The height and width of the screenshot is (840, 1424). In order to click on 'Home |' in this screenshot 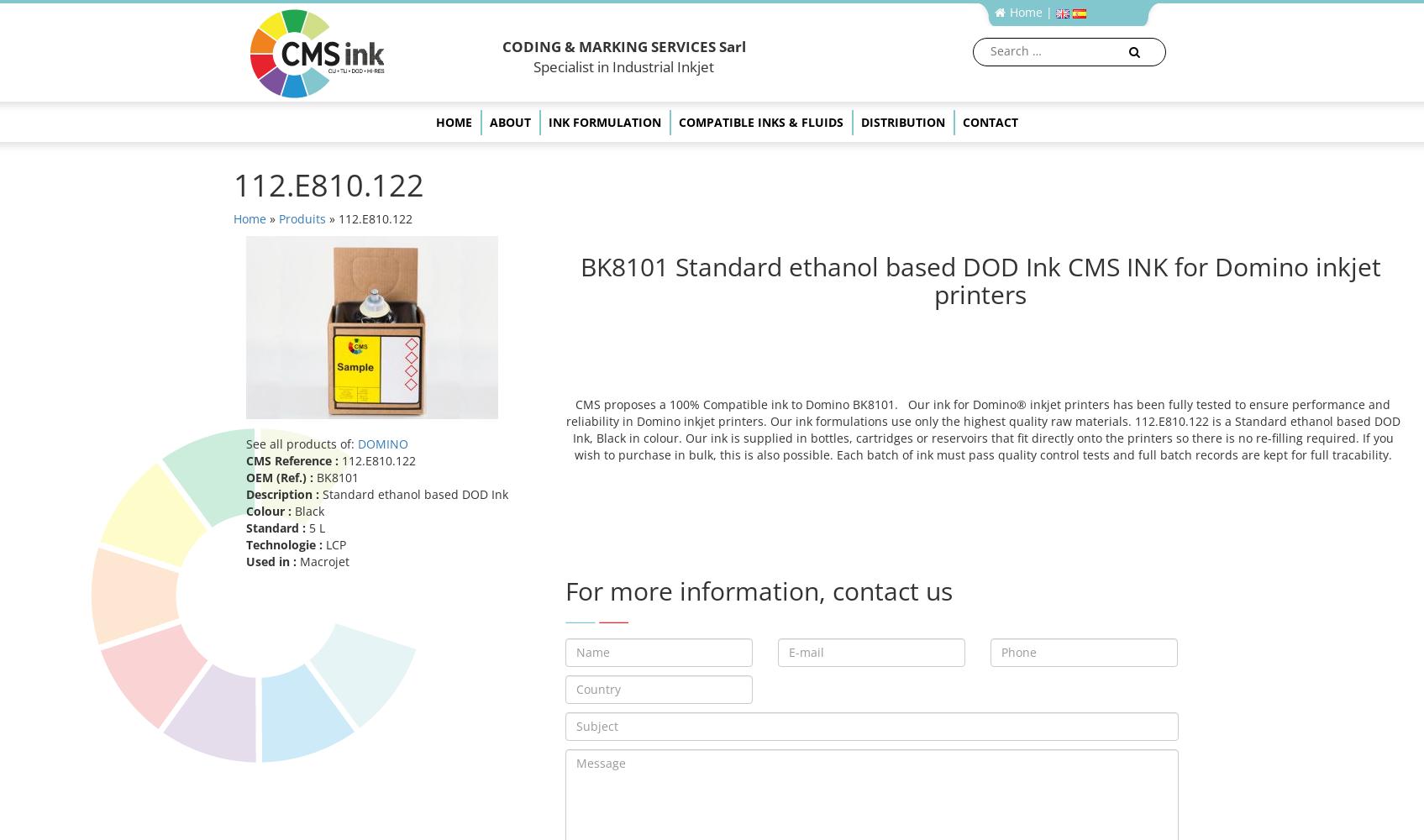, I will do `click(1030, 12)`.